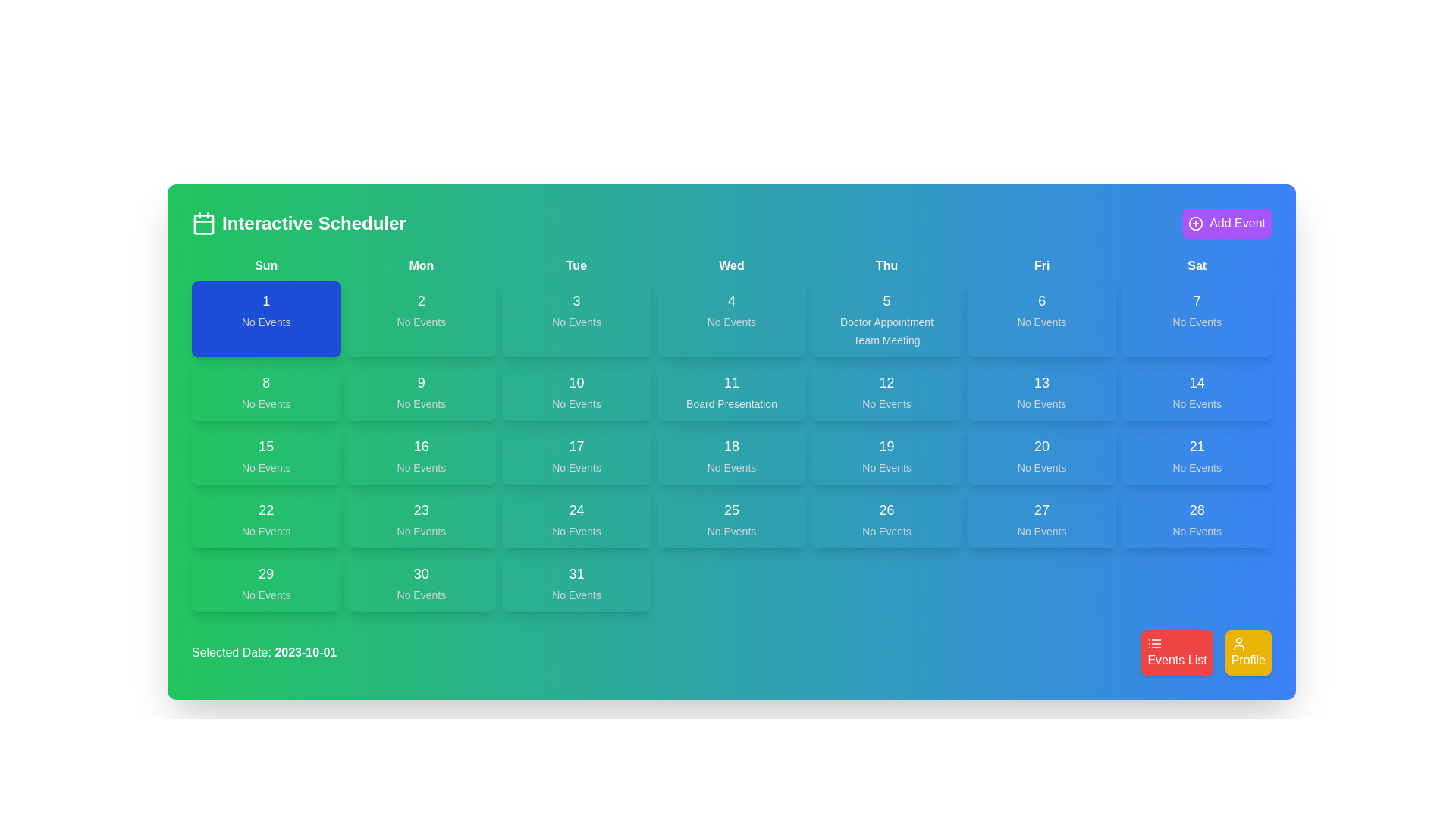 This screenshot has width=1456, height=819. Describe the element at coordinates (1227, 223) in the screenshot. I see `the 'Add Event' button with a purple background and a circular plus icon` at that location.